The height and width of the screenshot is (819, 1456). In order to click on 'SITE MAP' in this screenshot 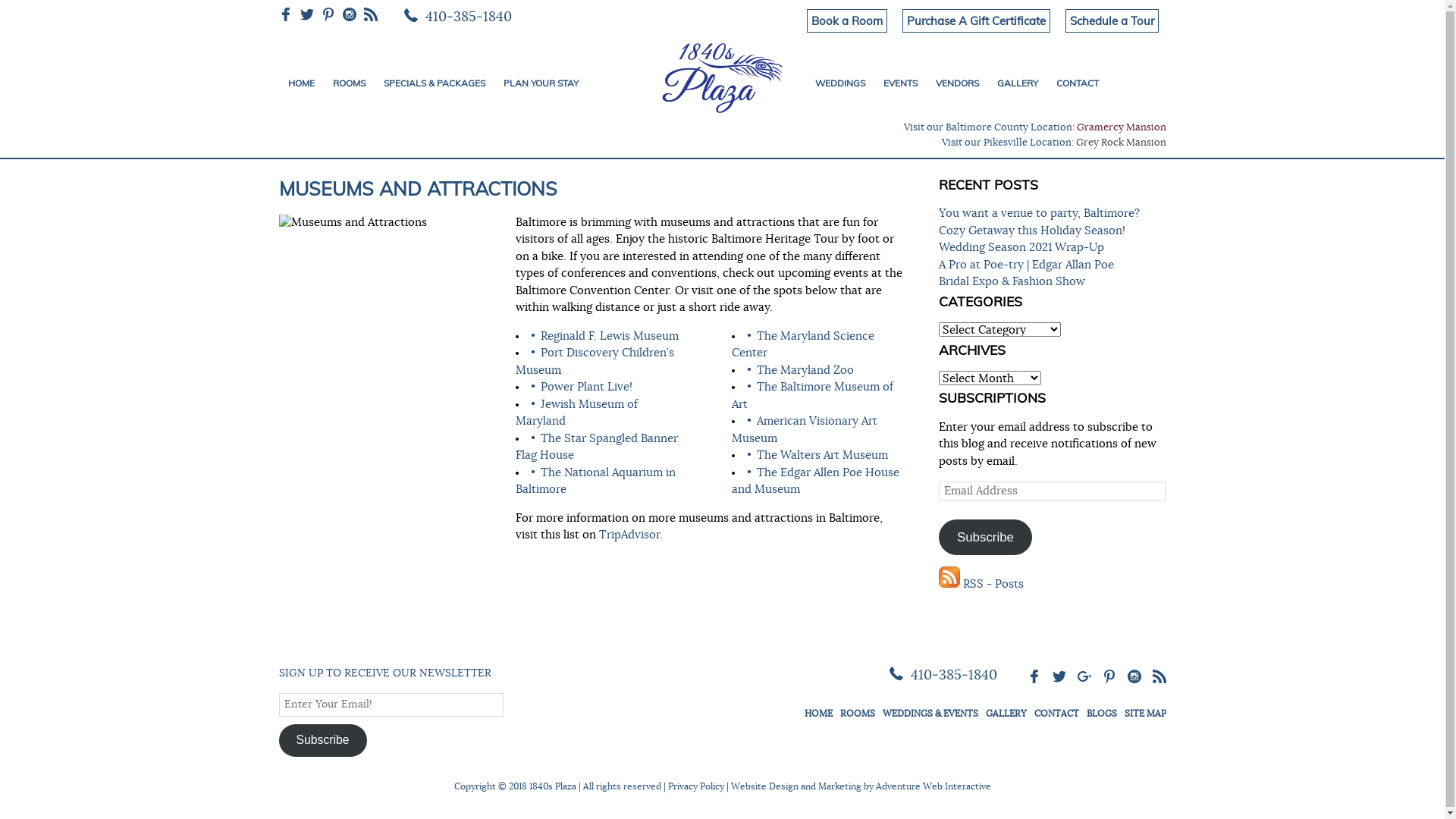, I will do `click(1144, 713)`.